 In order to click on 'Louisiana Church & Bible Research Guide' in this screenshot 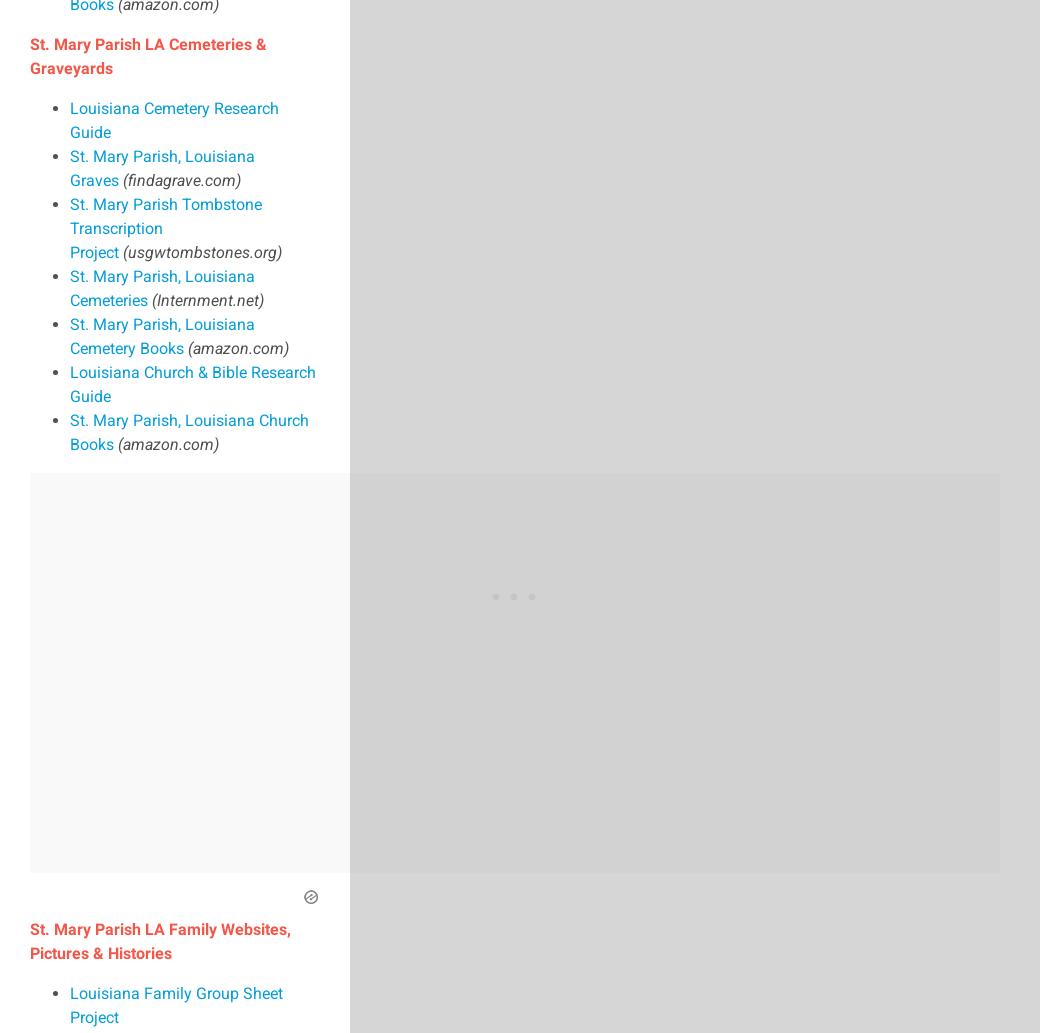, I will do `click(193, 383)`.